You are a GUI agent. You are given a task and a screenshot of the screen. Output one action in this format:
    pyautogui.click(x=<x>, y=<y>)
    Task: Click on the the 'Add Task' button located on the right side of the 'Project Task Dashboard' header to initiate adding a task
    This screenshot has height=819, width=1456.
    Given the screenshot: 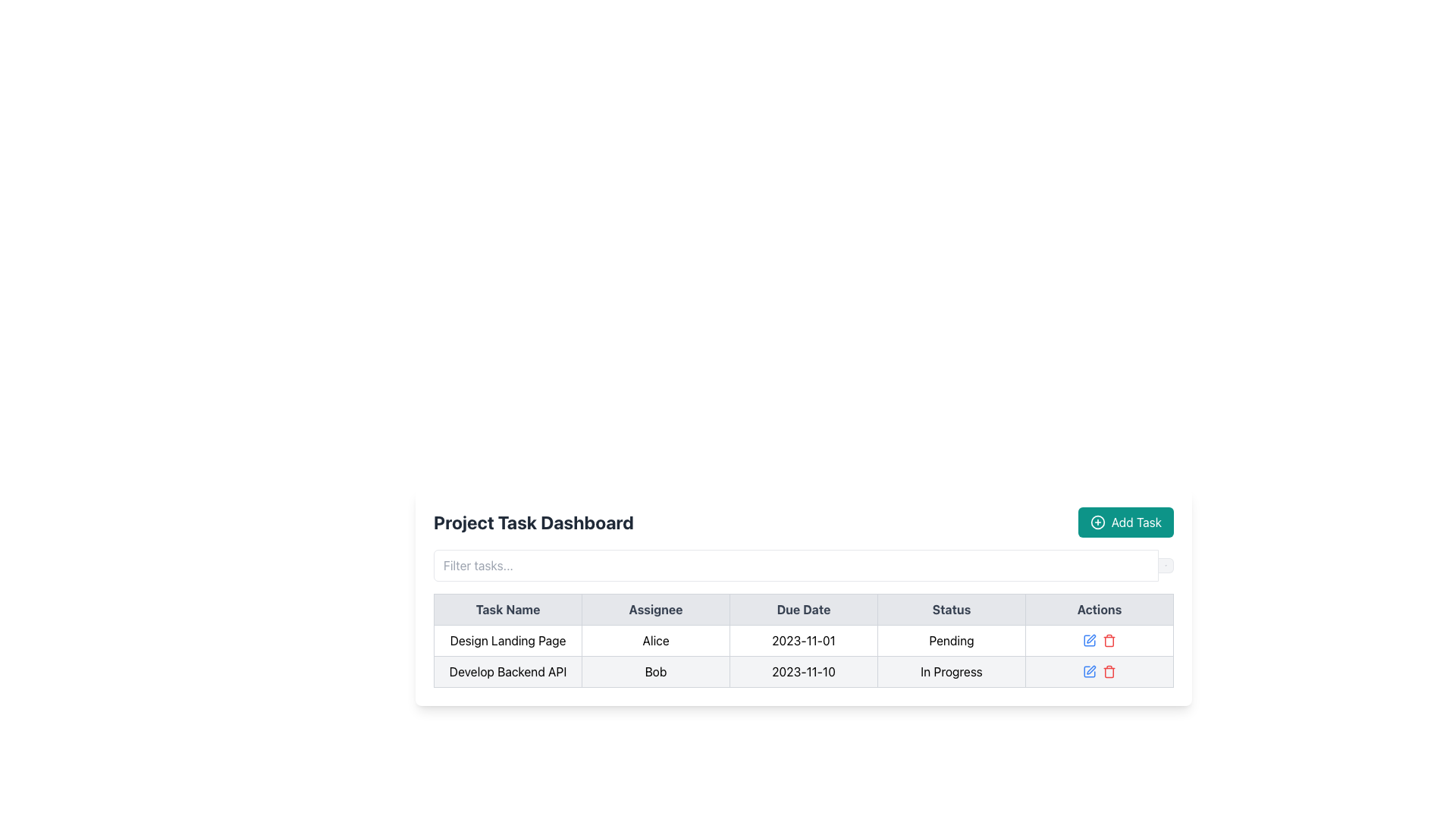 What is the action you would take?
    pyautogui.click(x=1125, y=522)
    